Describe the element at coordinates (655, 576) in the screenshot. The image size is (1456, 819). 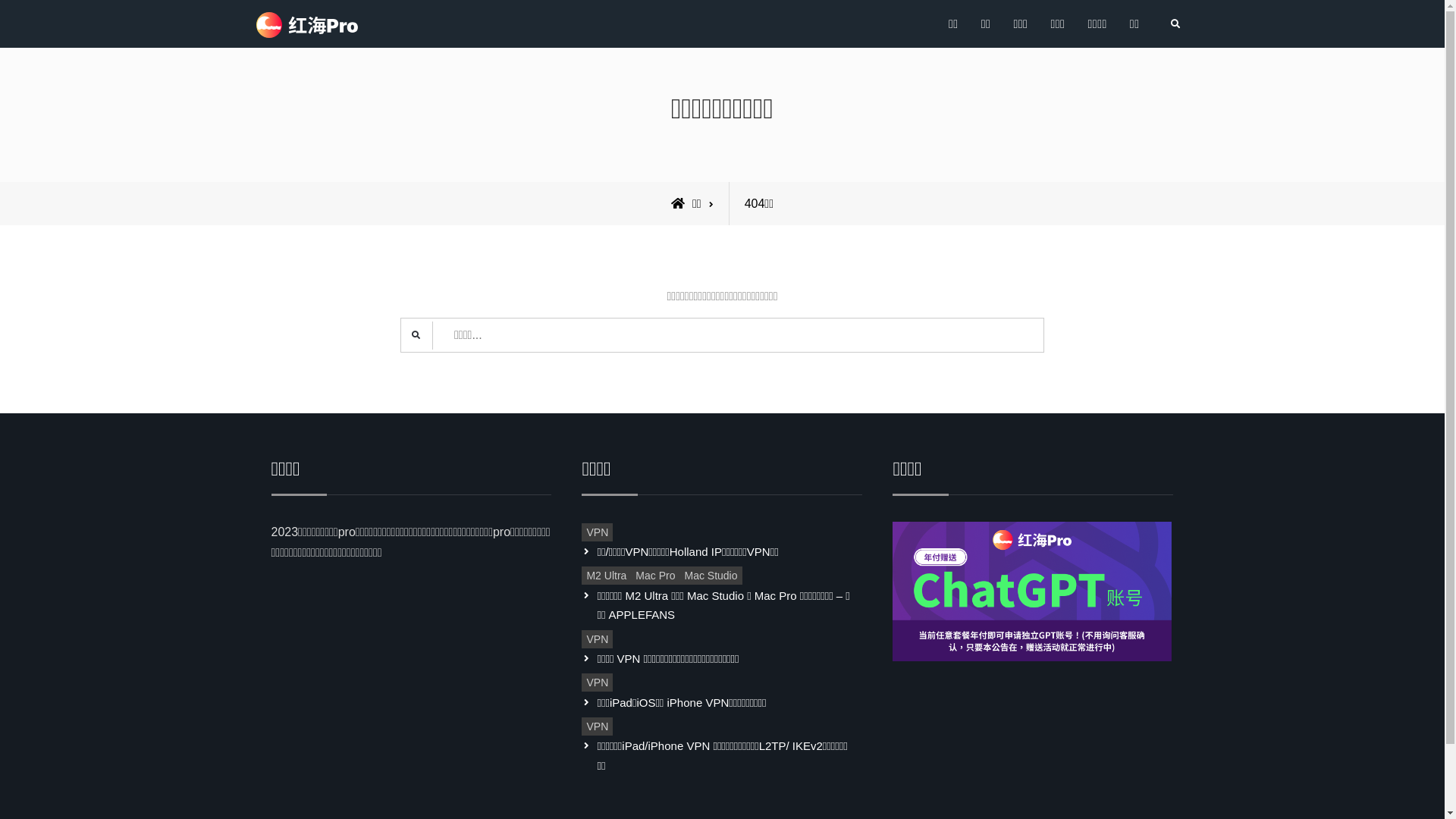
I see `'Mac Pro'` at that location.